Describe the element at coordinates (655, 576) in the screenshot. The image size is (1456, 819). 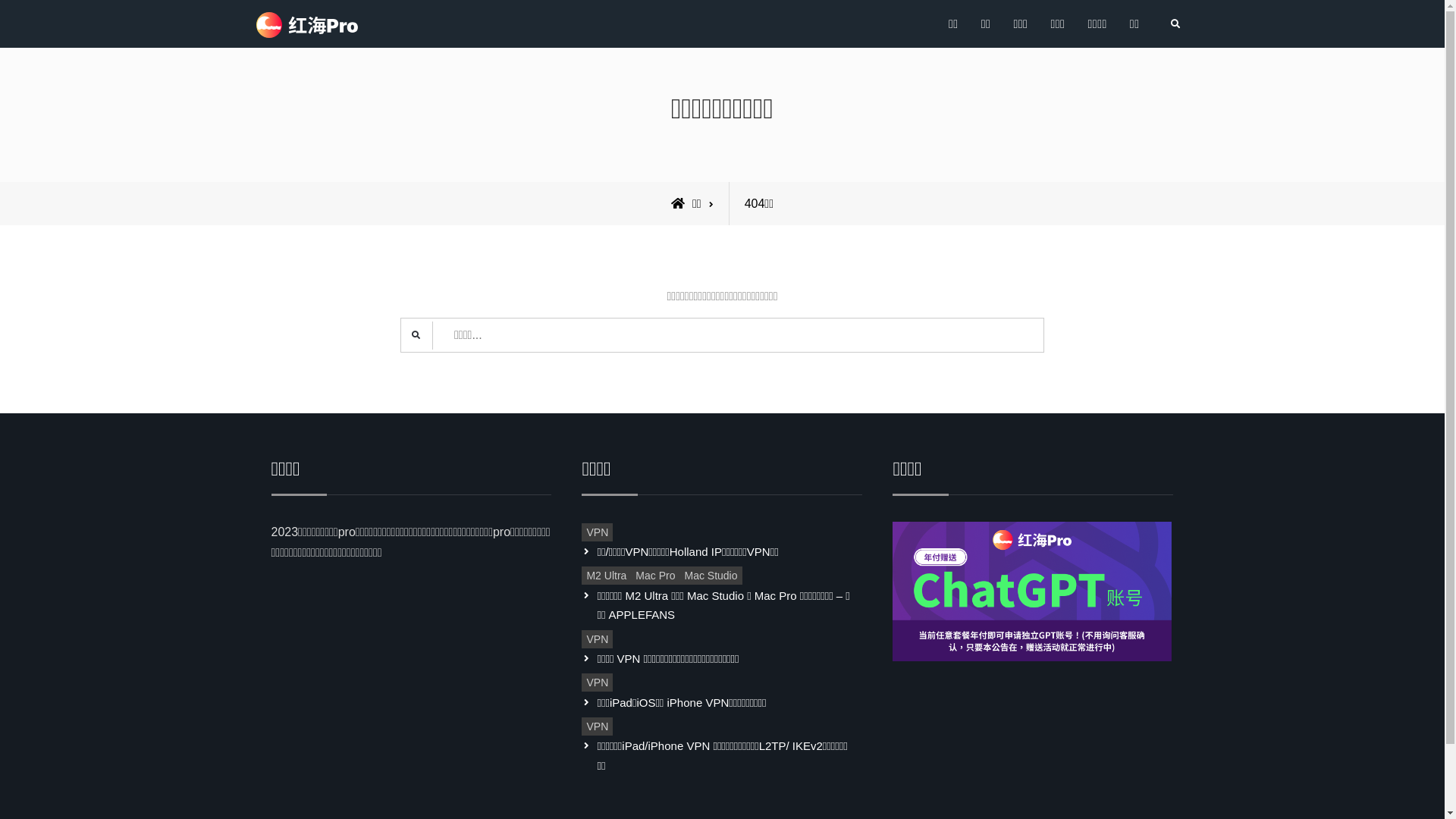
I see `'Mac Pro'` at that location.